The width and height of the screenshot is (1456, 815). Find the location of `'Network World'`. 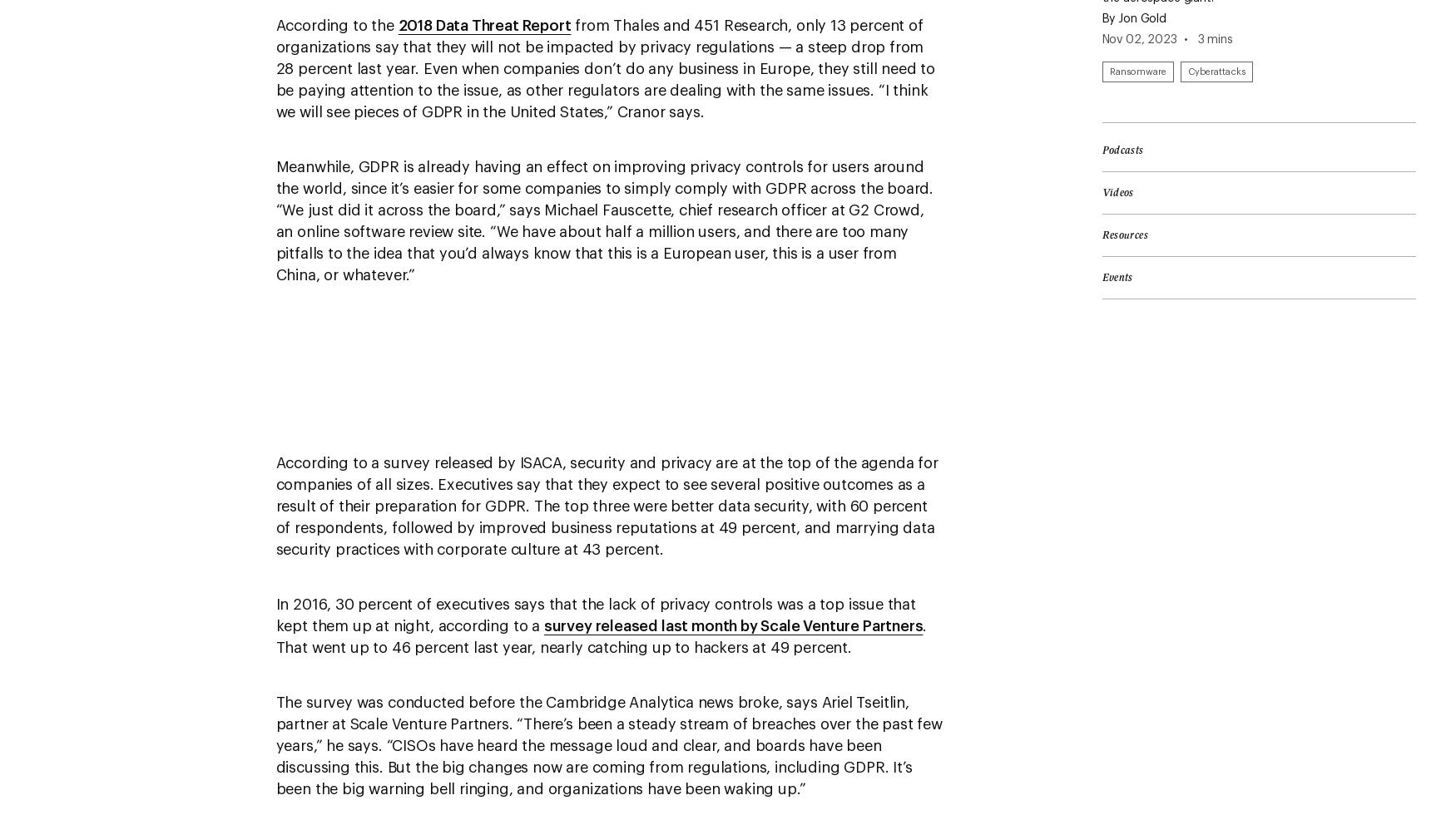

'Network World' is located at coordinates (787, 8).